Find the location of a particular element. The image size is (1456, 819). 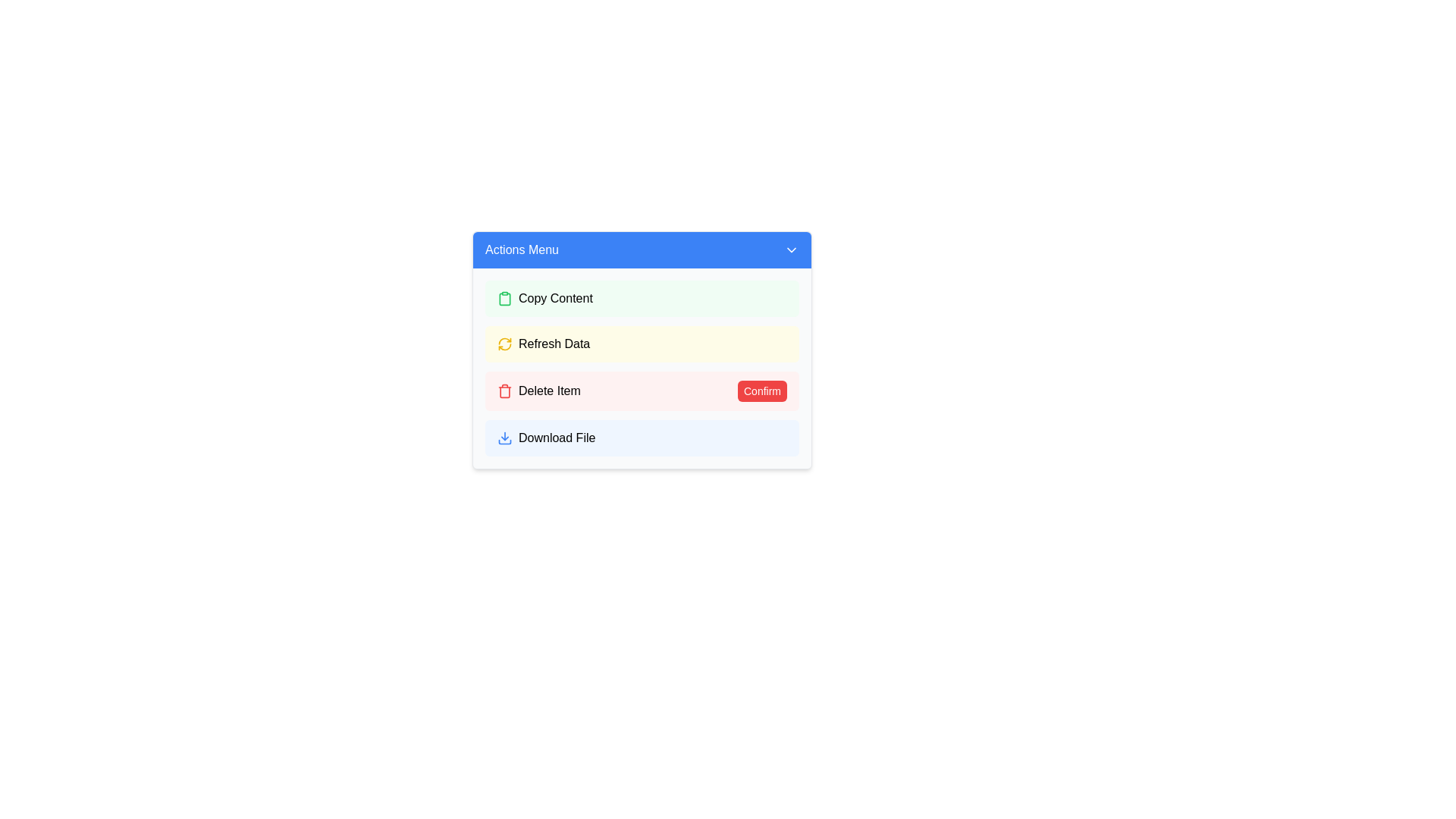

the confirmation button for the 'Delete Item' action located in the third interactive action within the 'Actions Menu' dropdown, adjacent to the 'Delete Item' text in the red-highlighted row is located at coordinates (762, 391).